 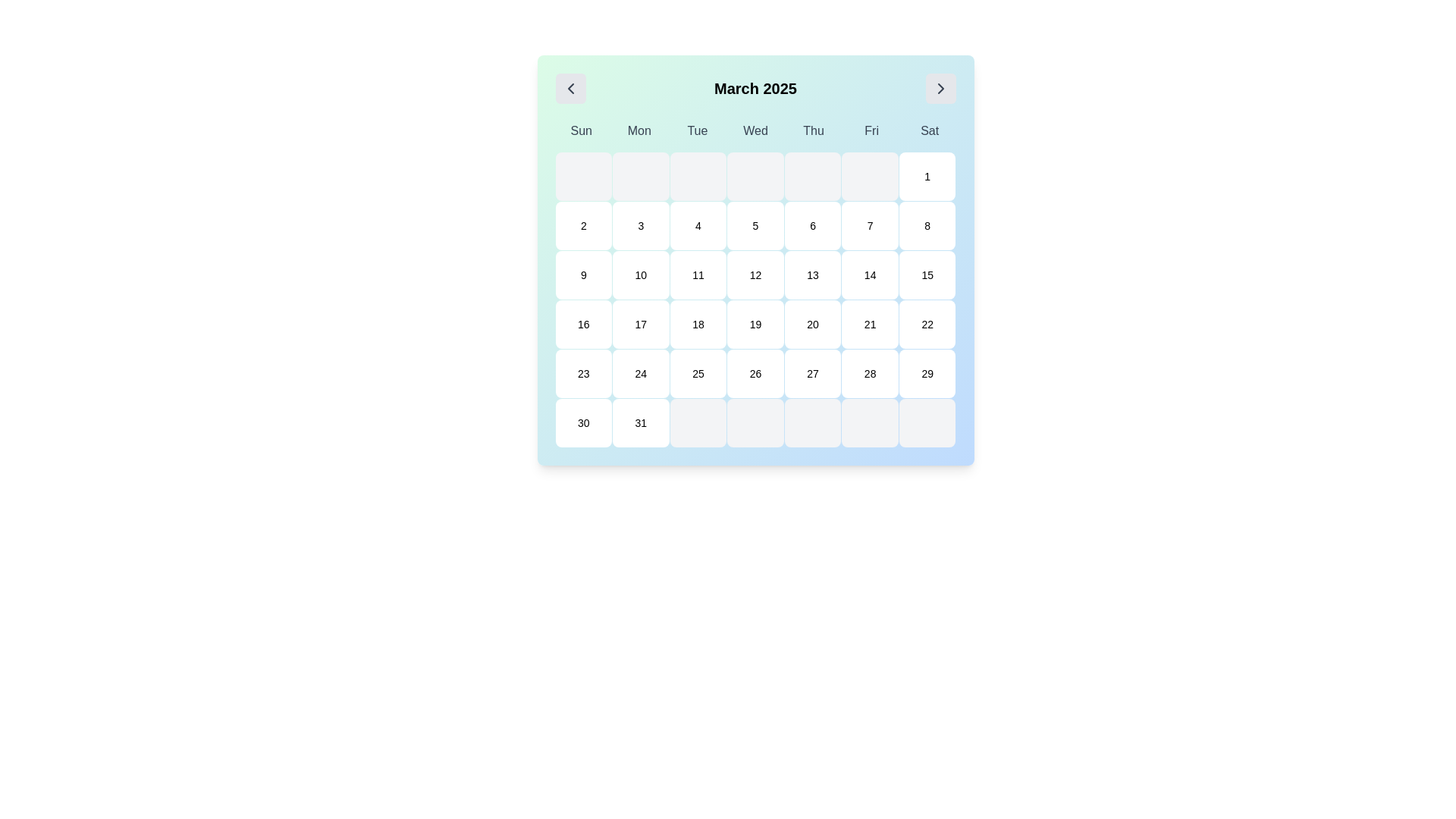 I want to click on on the Button-like calendar tile representing the 14th day of the month, so click(x=870, y=275).